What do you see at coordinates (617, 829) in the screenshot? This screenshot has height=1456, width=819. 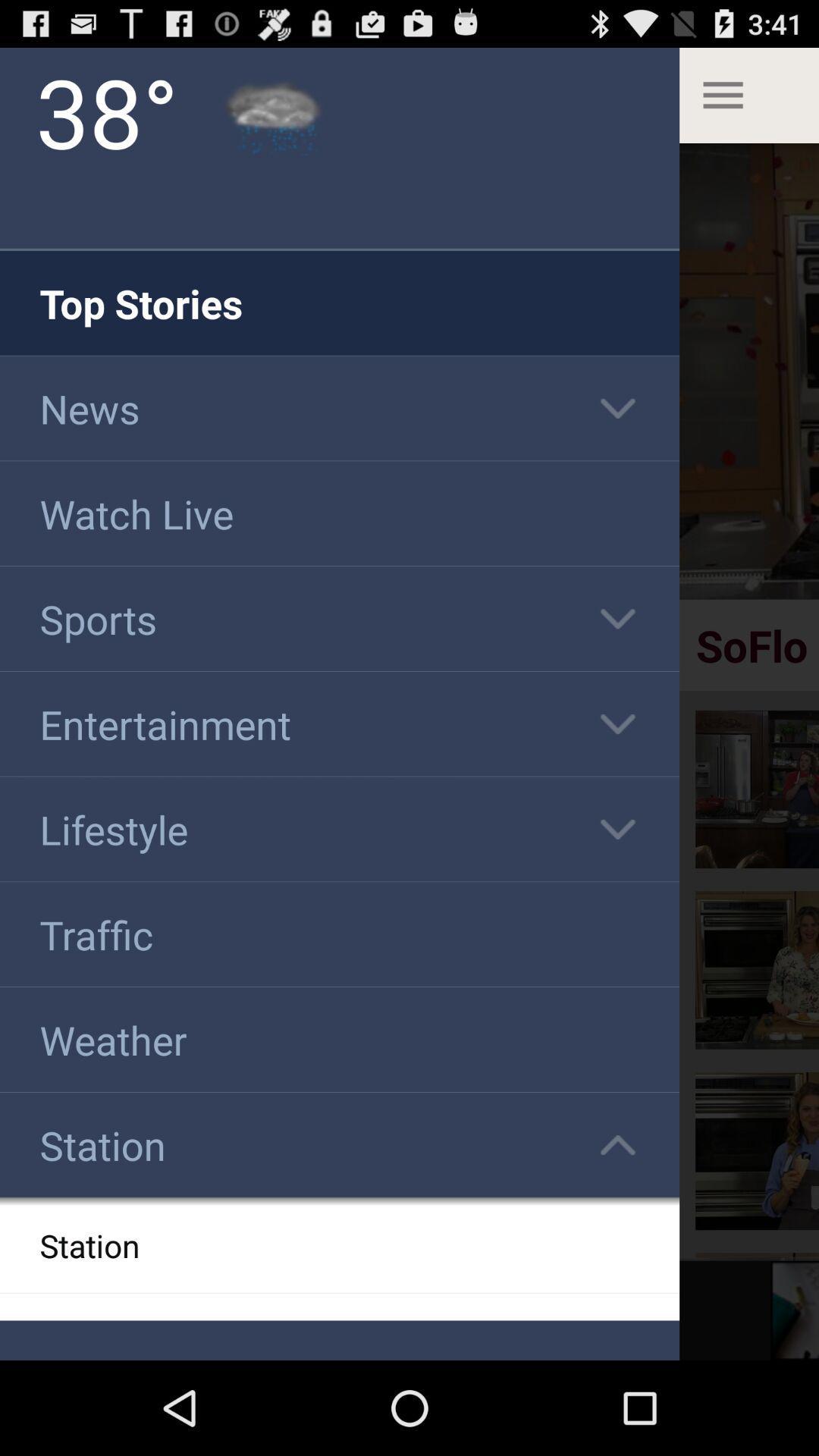 I see `the down arrow button beside lifestyle` at bounding box center [617, 829].